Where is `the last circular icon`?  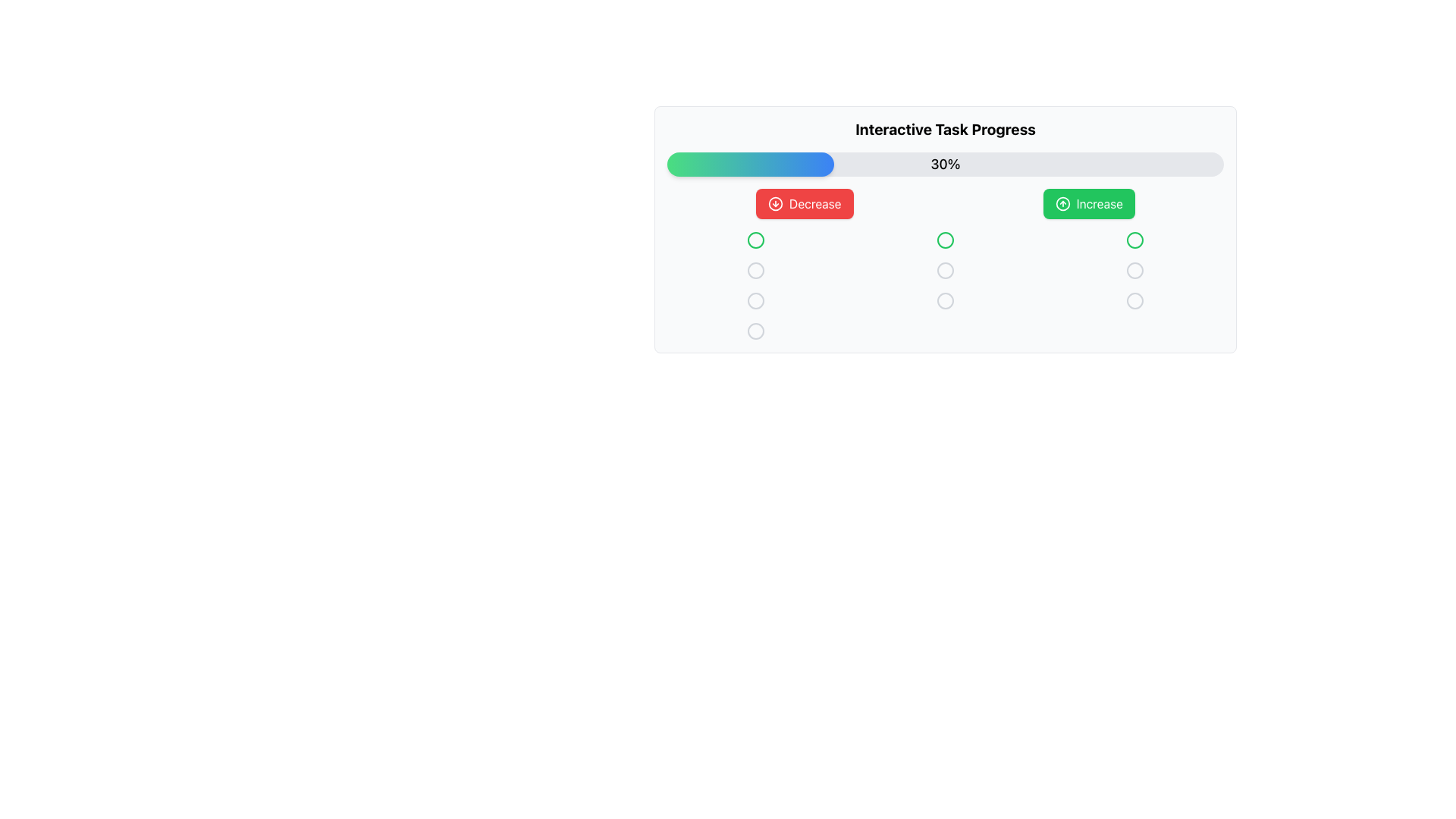 the last circular icon is located at coordinates (1135, 301).